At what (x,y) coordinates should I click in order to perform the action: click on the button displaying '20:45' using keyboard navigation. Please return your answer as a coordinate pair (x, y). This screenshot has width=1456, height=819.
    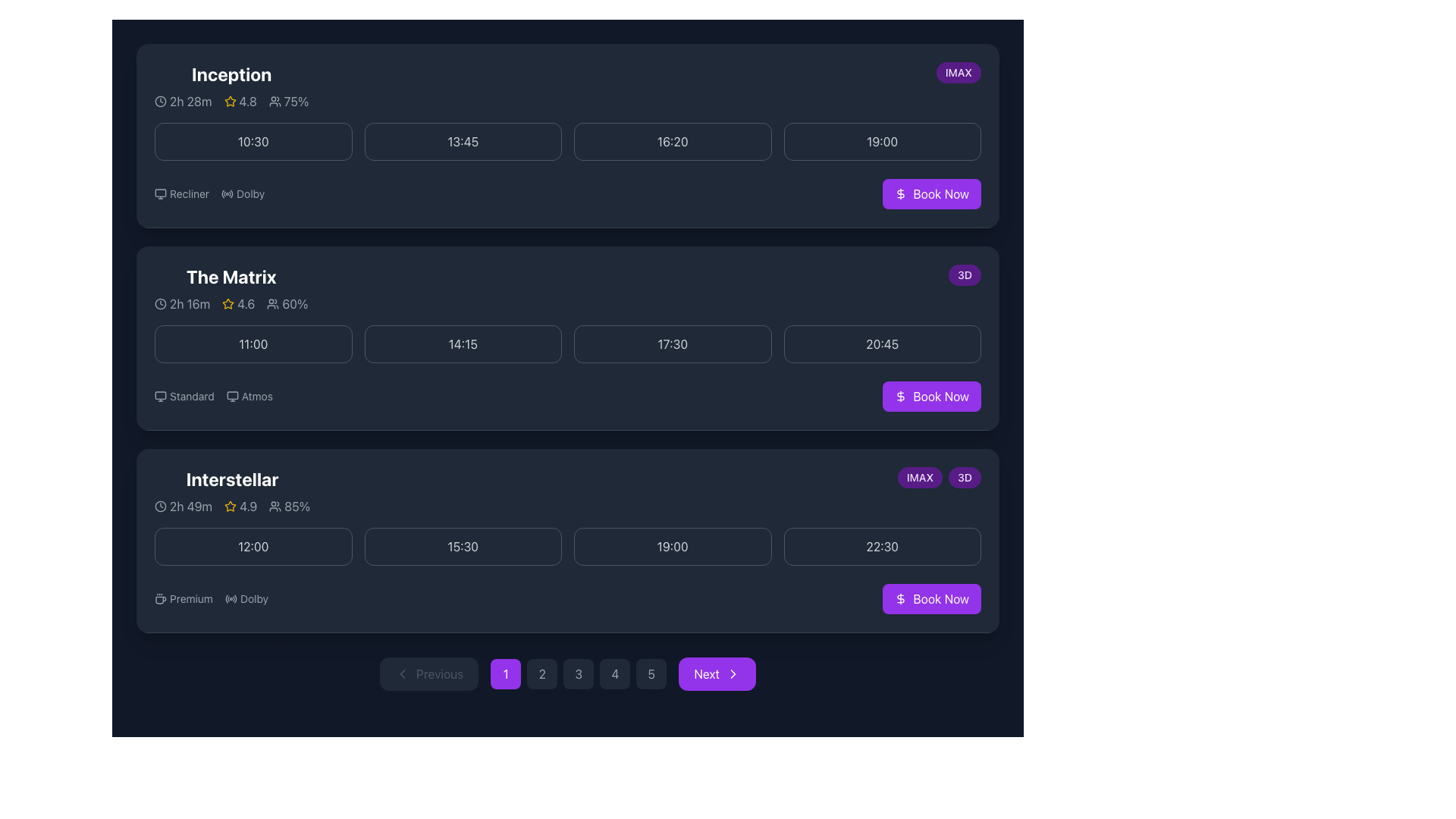
    Looking at the image, I should click on (882, 344).